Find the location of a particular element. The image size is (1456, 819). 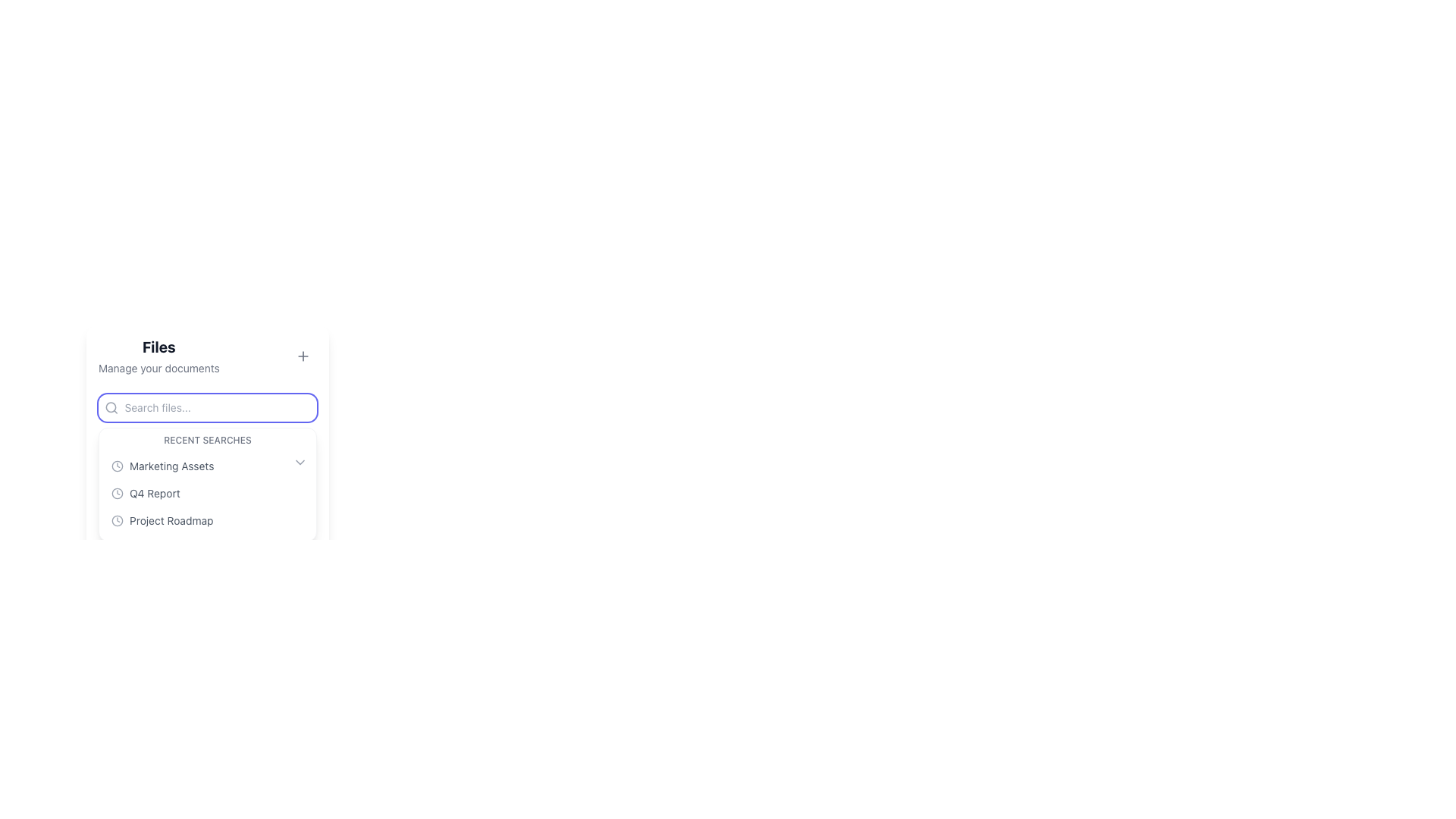

the circular clock-like icon located in the 'Marketing Assets' group, which features clock hands and is styled in gray is located at coordinates (116, 465).